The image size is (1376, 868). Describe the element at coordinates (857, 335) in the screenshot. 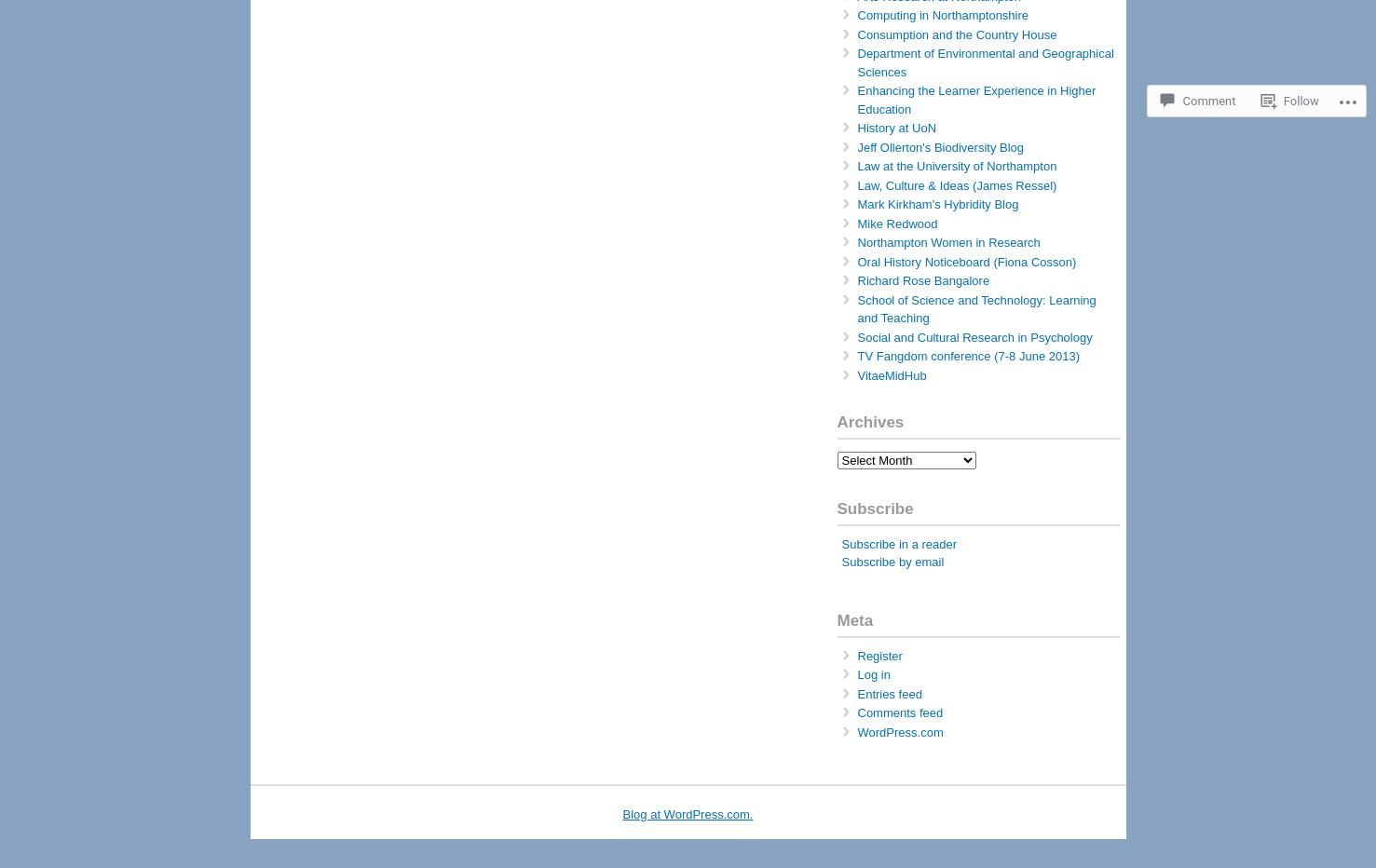

I see `'Social and Cultural Research in Psychology'` at that location.